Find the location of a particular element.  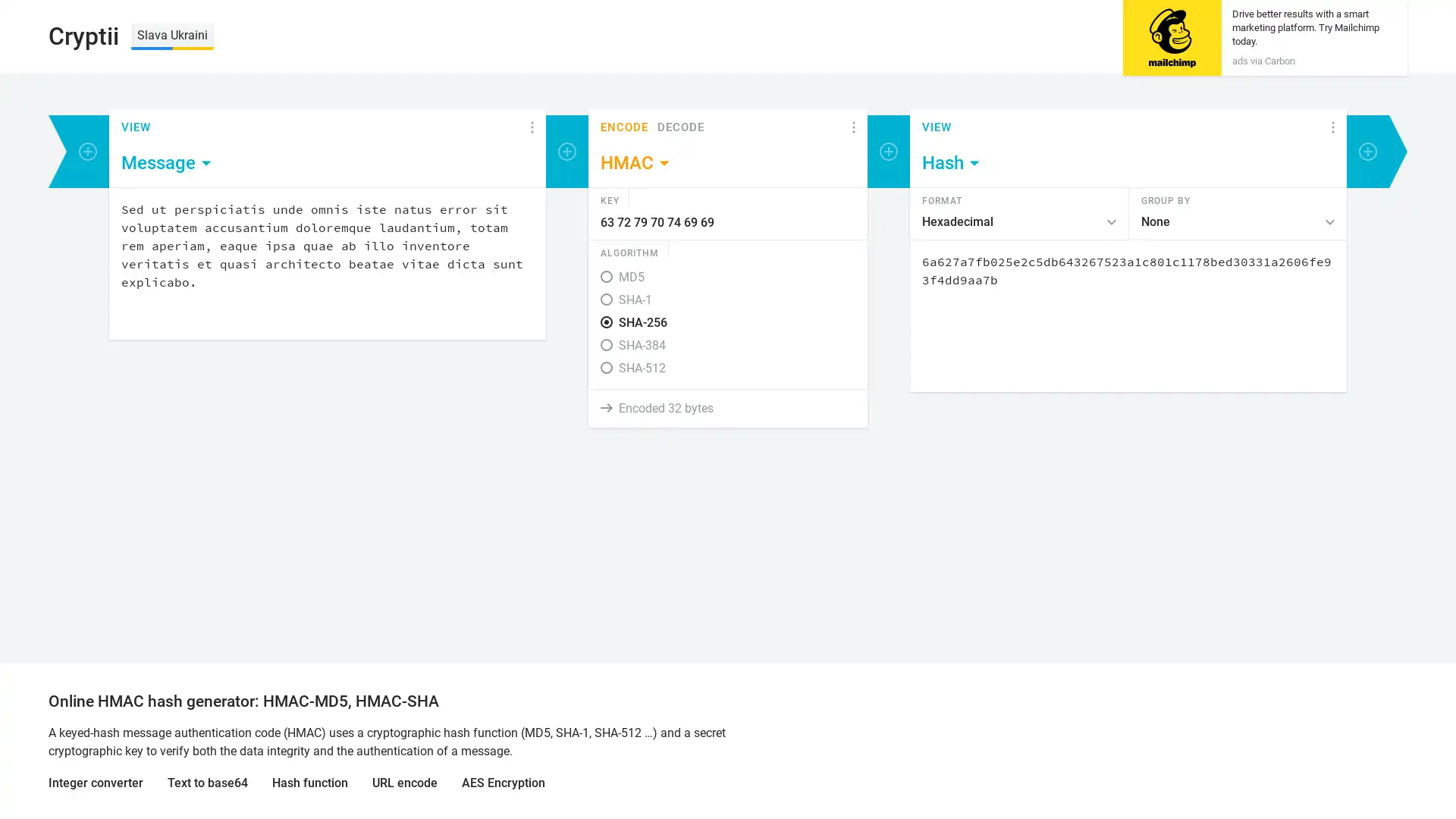

Add encoder or viewer is located at coordinates (566, 152).